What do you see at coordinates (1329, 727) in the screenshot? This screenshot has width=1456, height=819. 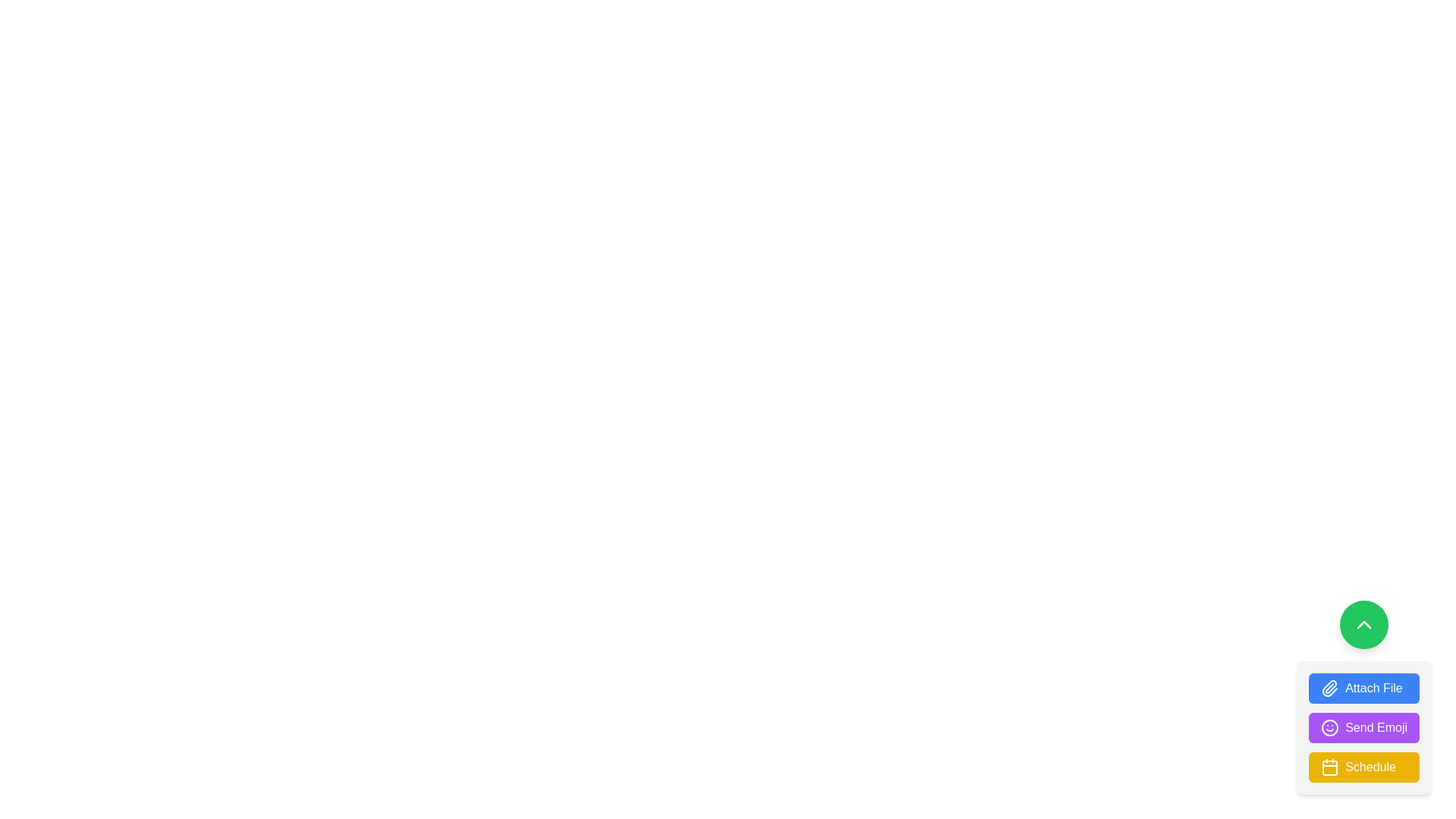 I see `the 'Send Emoji' button, which is represented by an emoji icon located in the lower right corner of the interface` at bounding box center [1329, 727].